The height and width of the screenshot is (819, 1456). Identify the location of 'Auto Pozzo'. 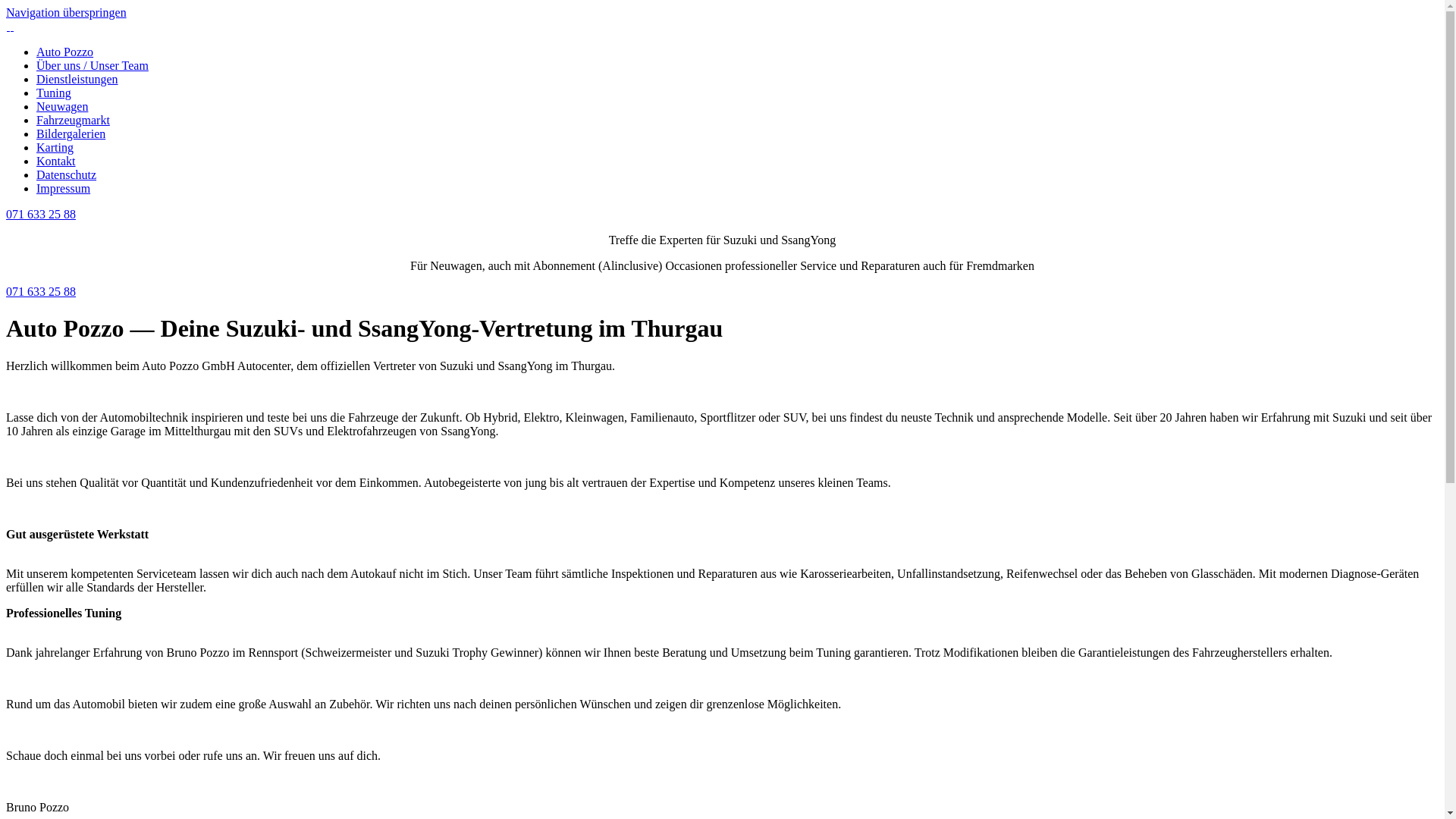
(64, 51).